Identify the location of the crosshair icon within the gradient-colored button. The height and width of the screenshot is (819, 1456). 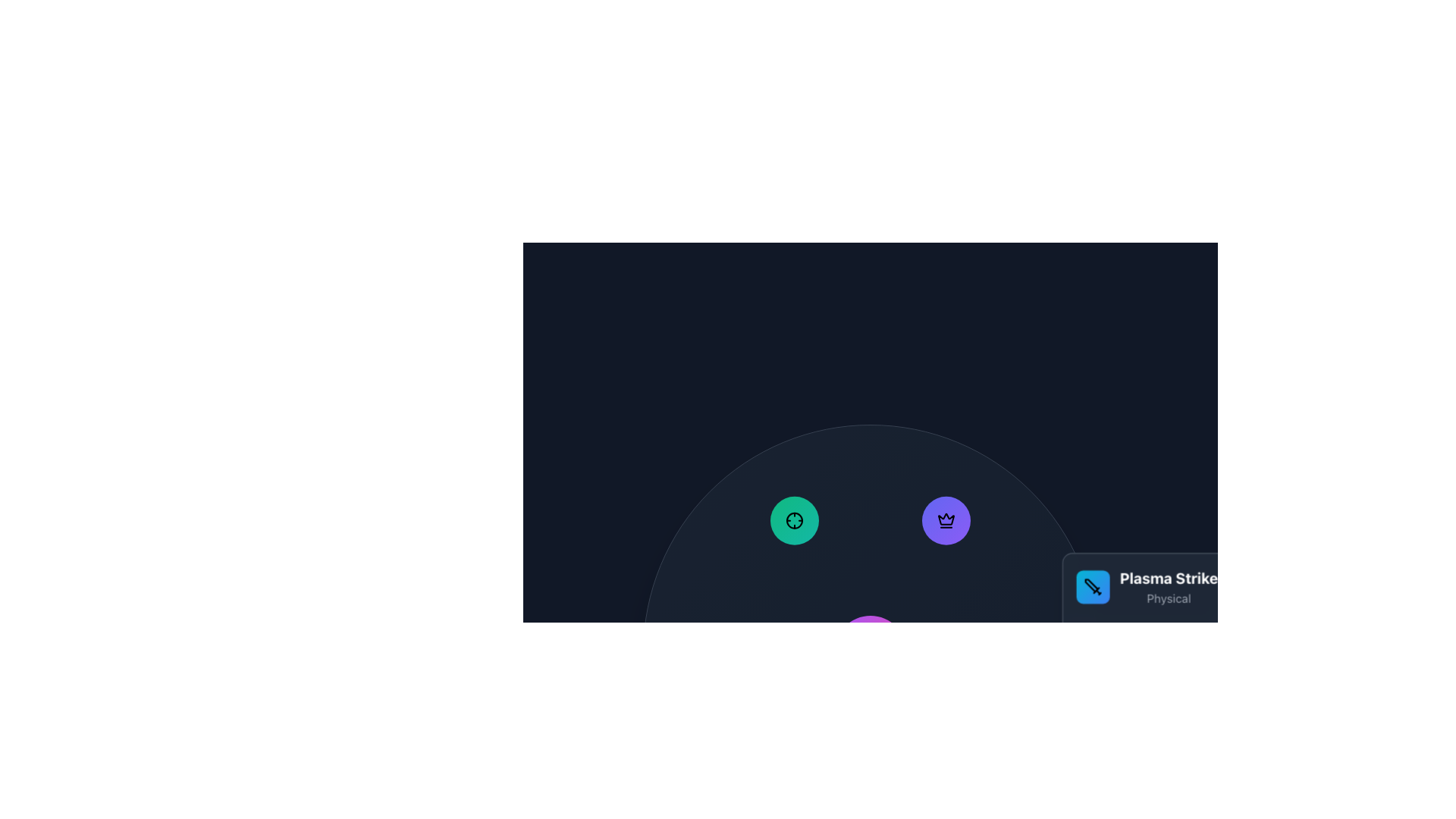
(793, 519).